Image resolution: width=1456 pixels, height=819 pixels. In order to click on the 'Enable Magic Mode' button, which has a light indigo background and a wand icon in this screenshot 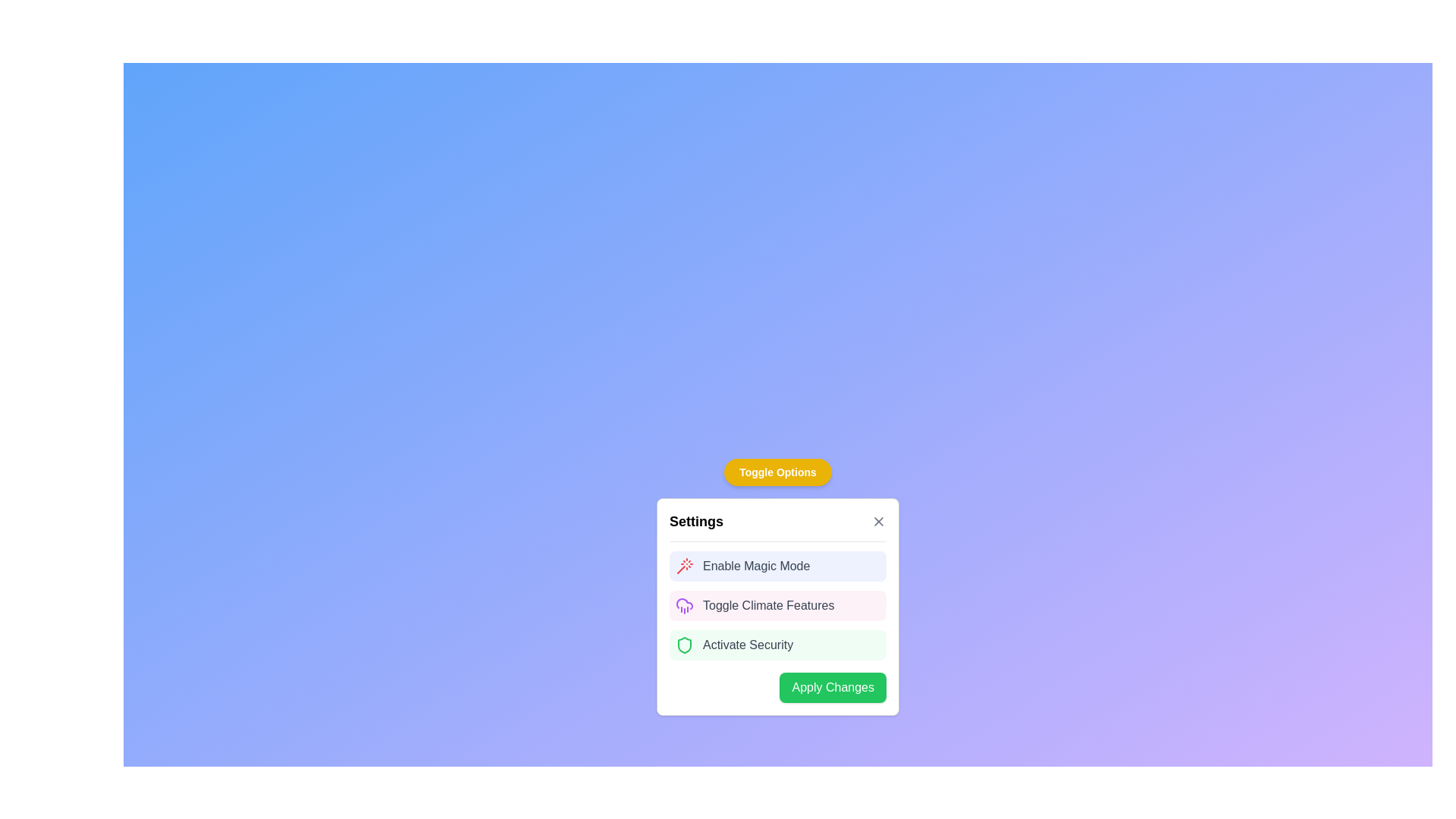, I will do `click(778, 566)`.